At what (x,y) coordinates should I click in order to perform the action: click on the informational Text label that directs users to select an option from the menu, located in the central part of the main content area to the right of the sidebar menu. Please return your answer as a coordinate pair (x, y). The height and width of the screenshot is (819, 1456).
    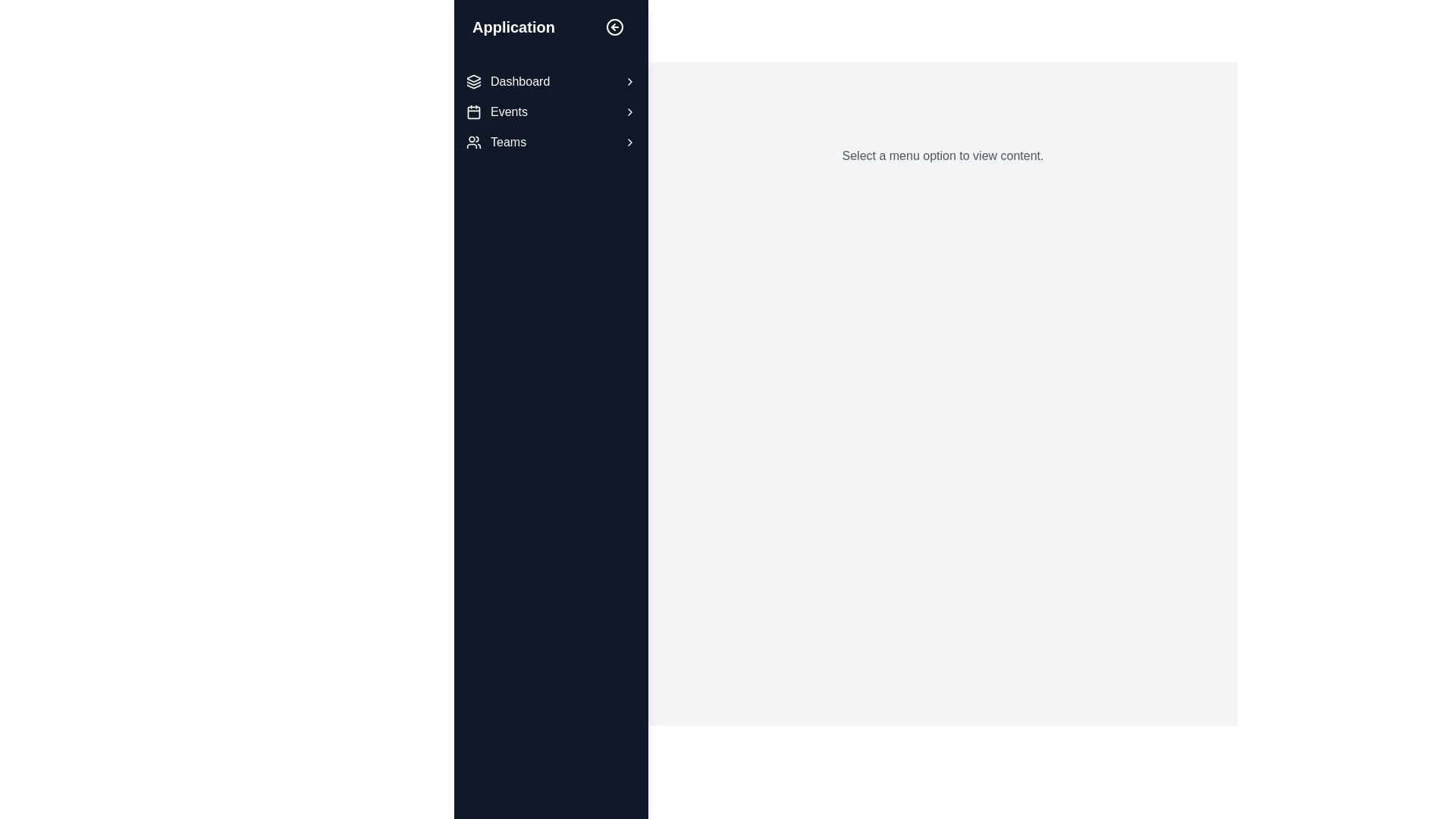
    Looking at the image, I should click on (942, 155).